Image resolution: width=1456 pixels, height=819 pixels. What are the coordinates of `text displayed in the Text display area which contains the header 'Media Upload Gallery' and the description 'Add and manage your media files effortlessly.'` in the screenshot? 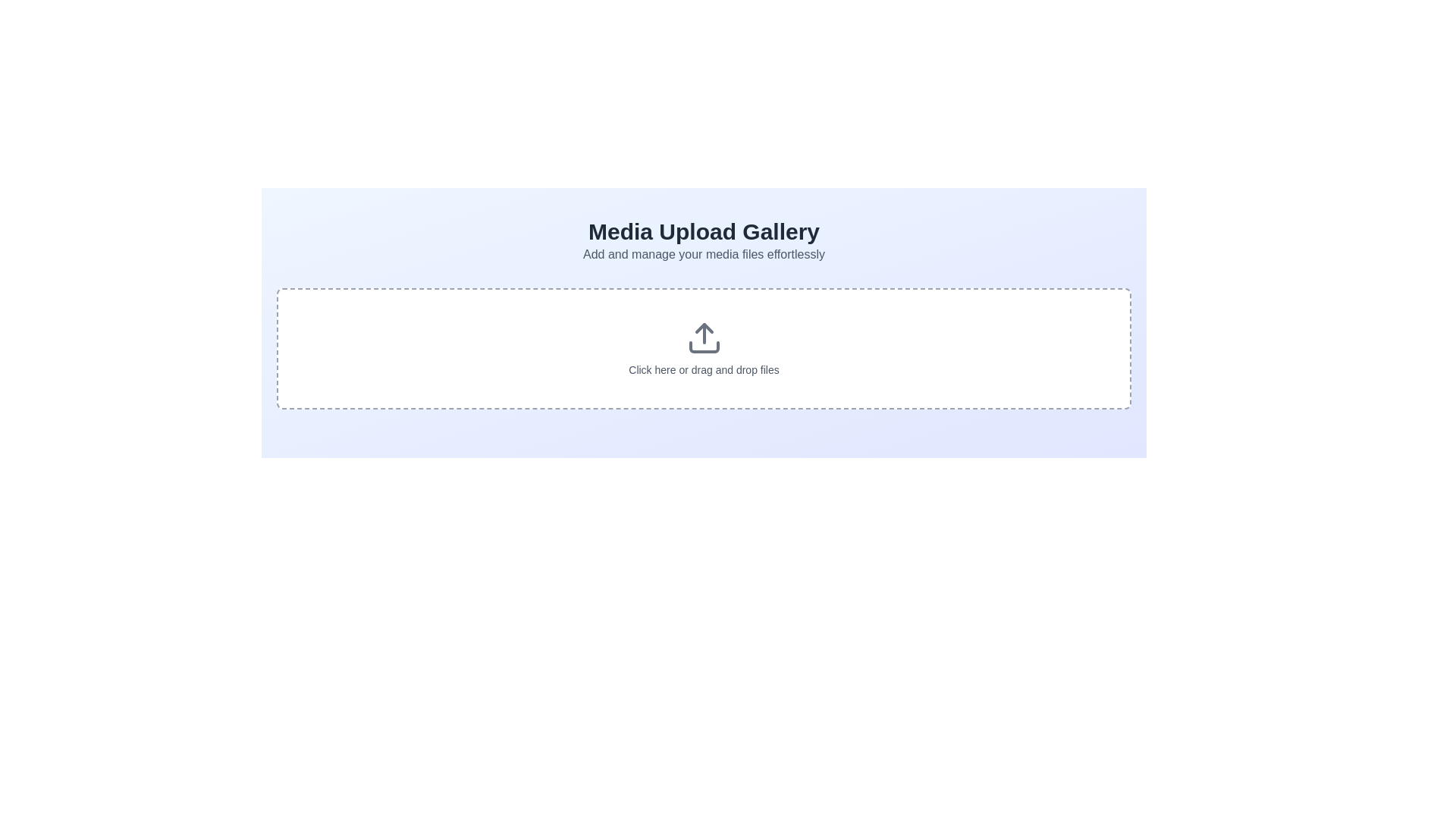 It's located at (703, 240).